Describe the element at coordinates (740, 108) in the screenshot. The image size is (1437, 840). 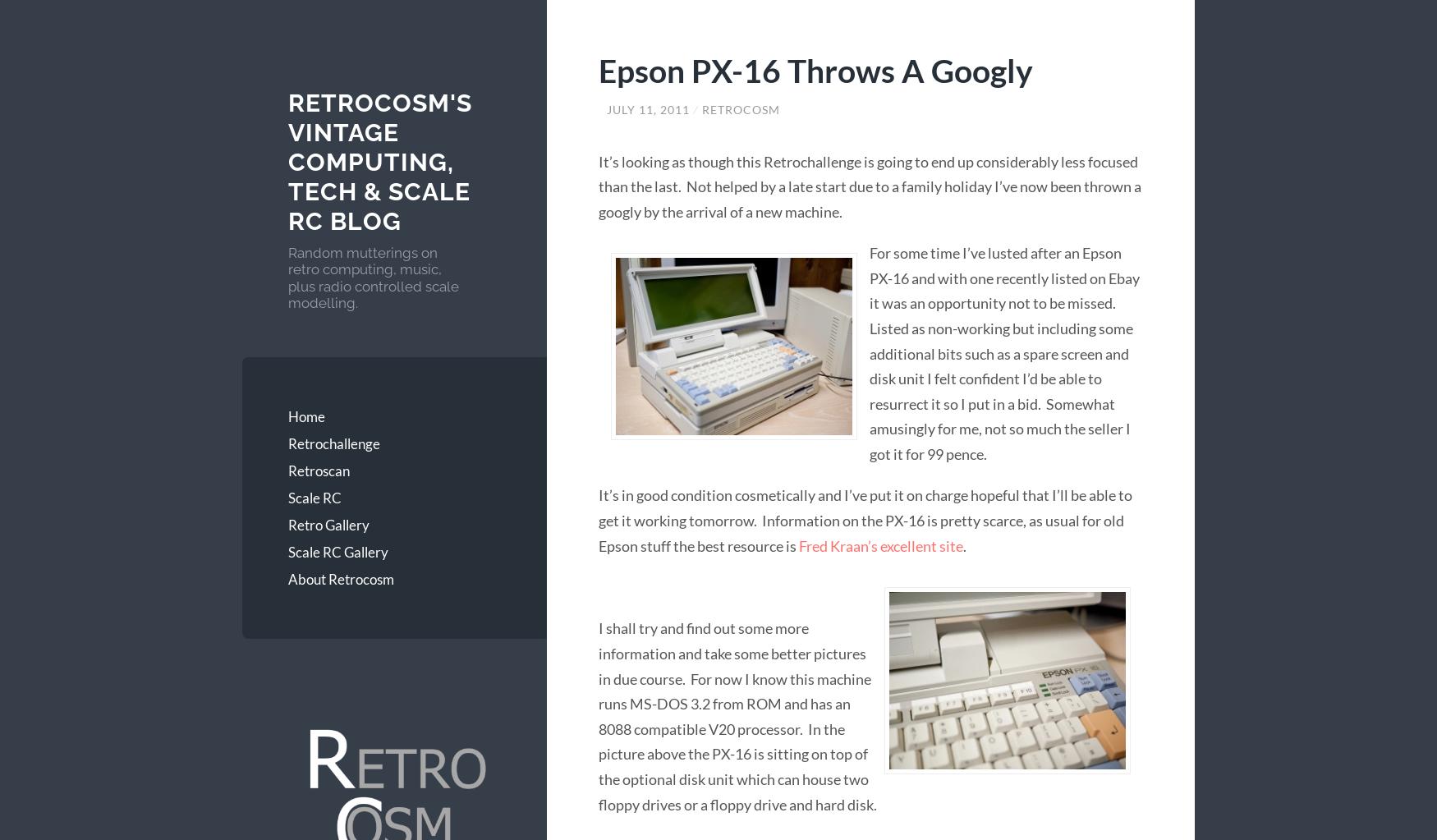
I see `'Retrocosm'` at that location.